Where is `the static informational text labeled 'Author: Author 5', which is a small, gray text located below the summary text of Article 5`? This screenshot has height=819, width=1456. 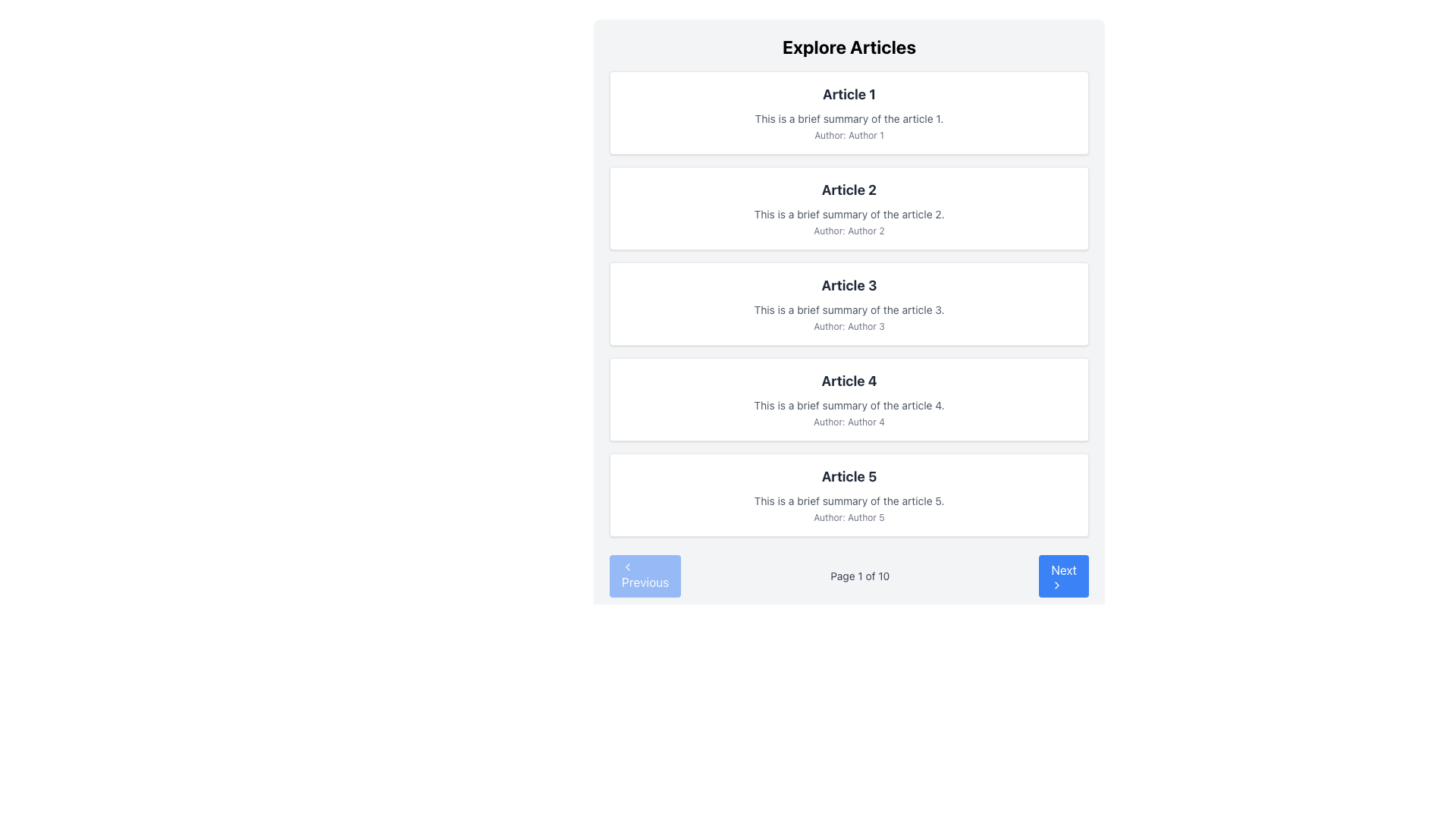
the static informational text labeled 'Author: Author 5', which is a small, gray text located below the summary text of Article 5 is located at coordinates (848, 516).